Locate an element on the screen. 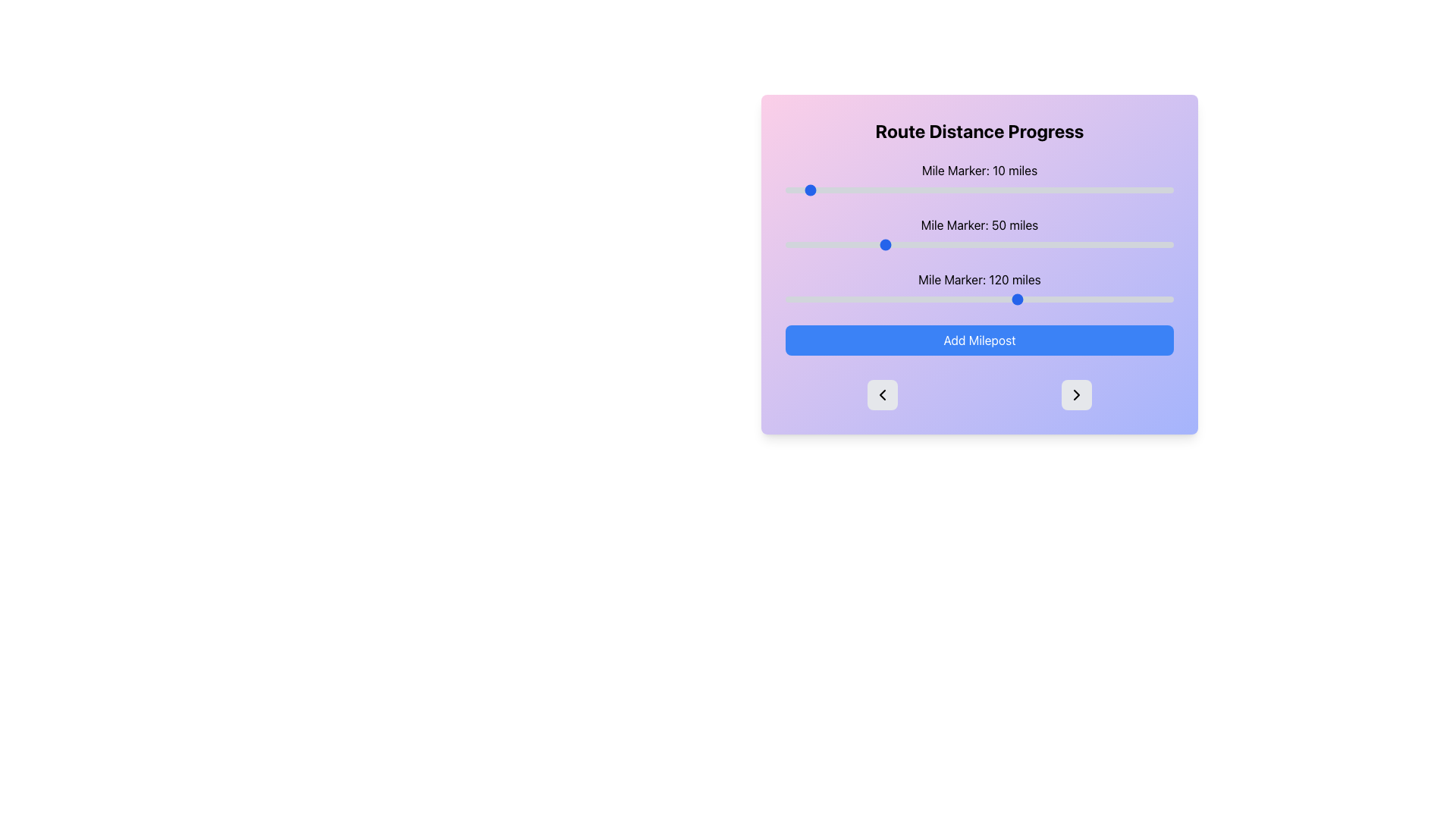 The width and height of the screenshot is (1456, 819). the thumb of the Range slider located below the 'Mile Marker: 10 miles' text is located at coordinates (979, 189).